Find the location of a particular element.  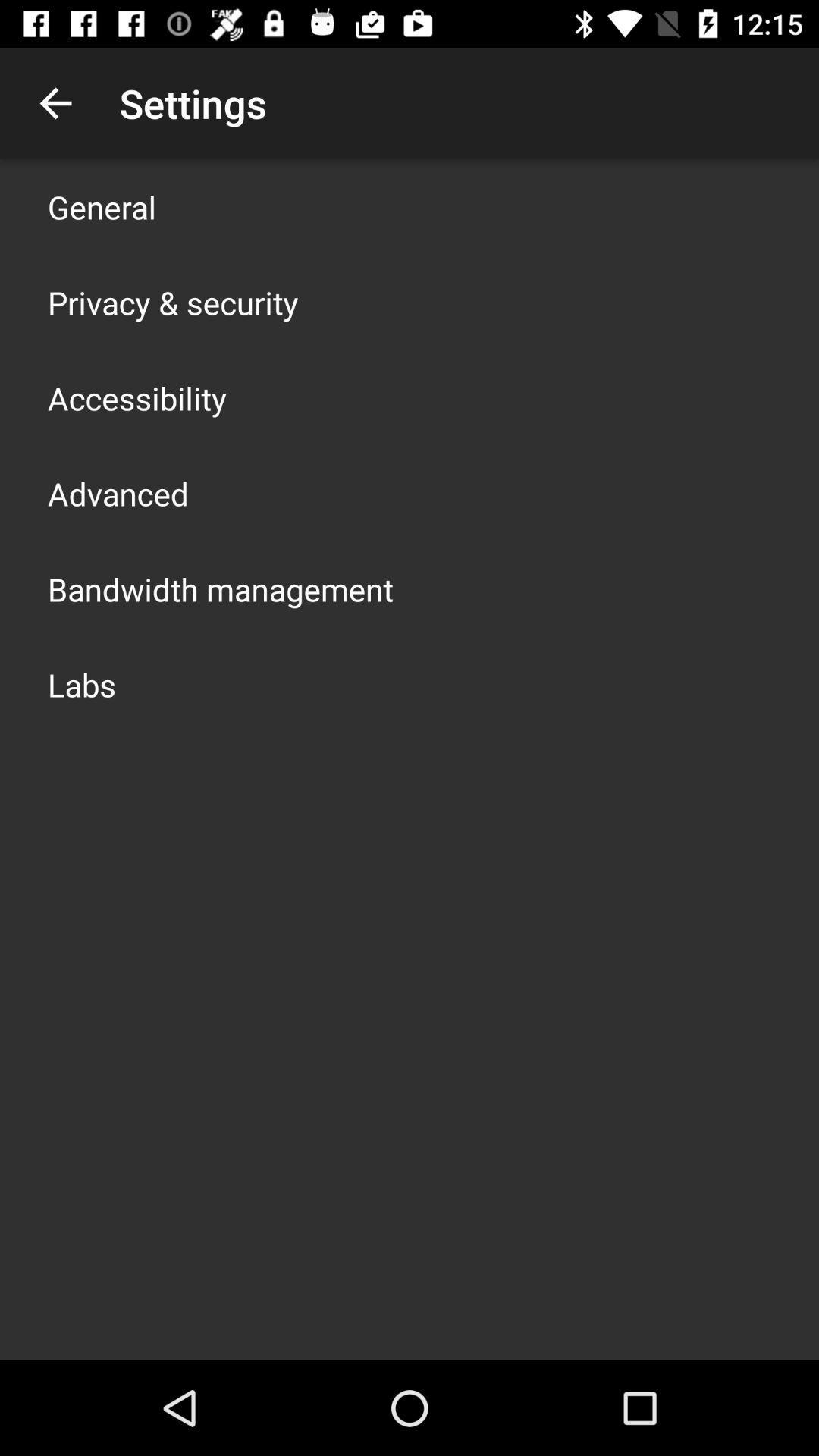

accessibility app is located at coordinates (137, 397).